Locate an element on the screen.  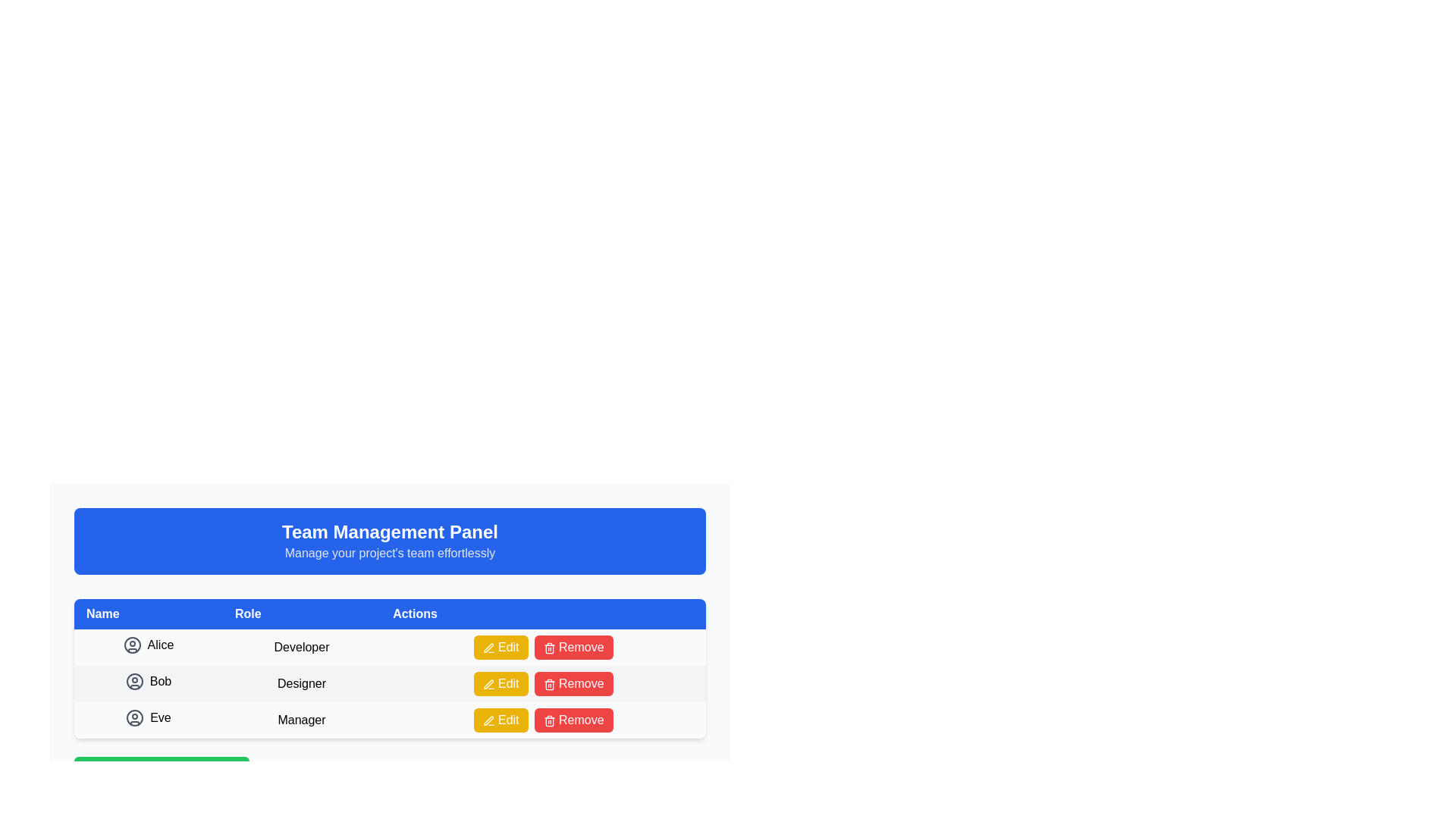
column titles from the blue rectangular table header, which includes 'Name', 'Role', and 'Actions' is located at coordinates (390, 614).